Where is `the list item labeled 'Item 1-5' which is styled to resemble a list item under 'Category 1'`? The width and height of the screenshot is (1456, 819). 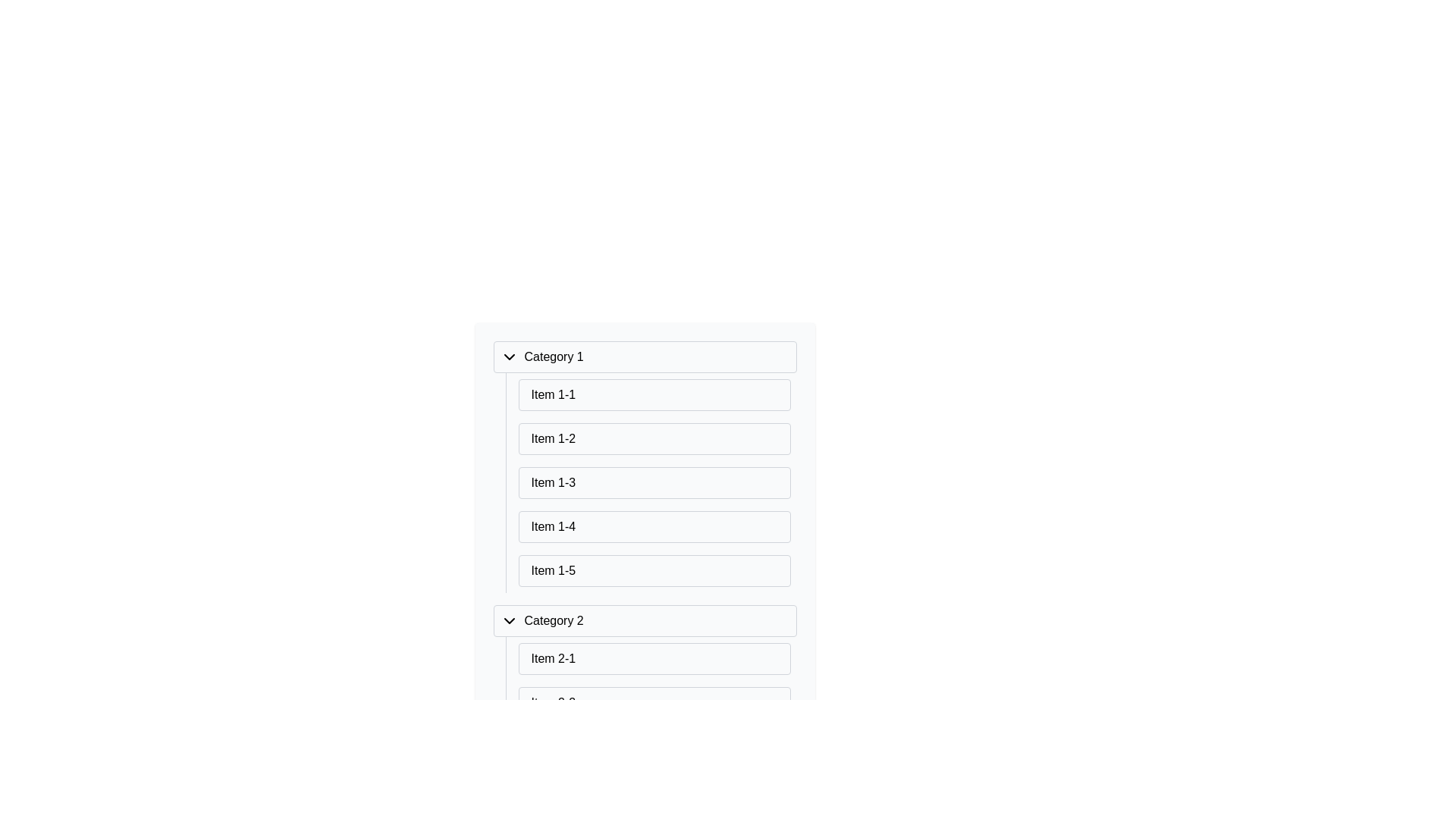
the list item labeled 'Item 1-5' which is styled to resemble a list item under 'Category 1' is located at coordinates (654, 570).